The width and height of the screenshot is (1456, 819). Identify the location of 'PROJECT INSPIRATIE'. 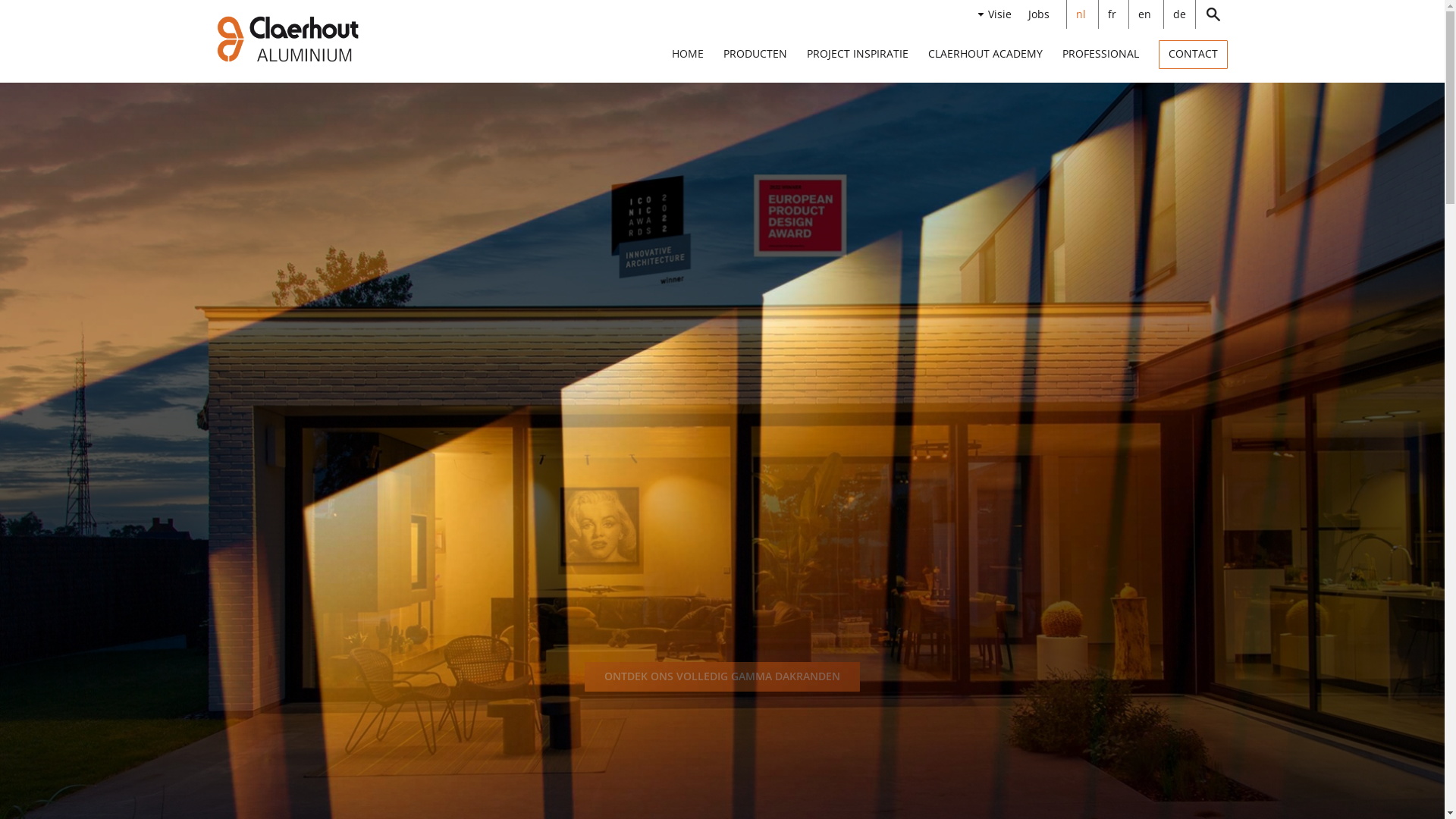
(858, 54).